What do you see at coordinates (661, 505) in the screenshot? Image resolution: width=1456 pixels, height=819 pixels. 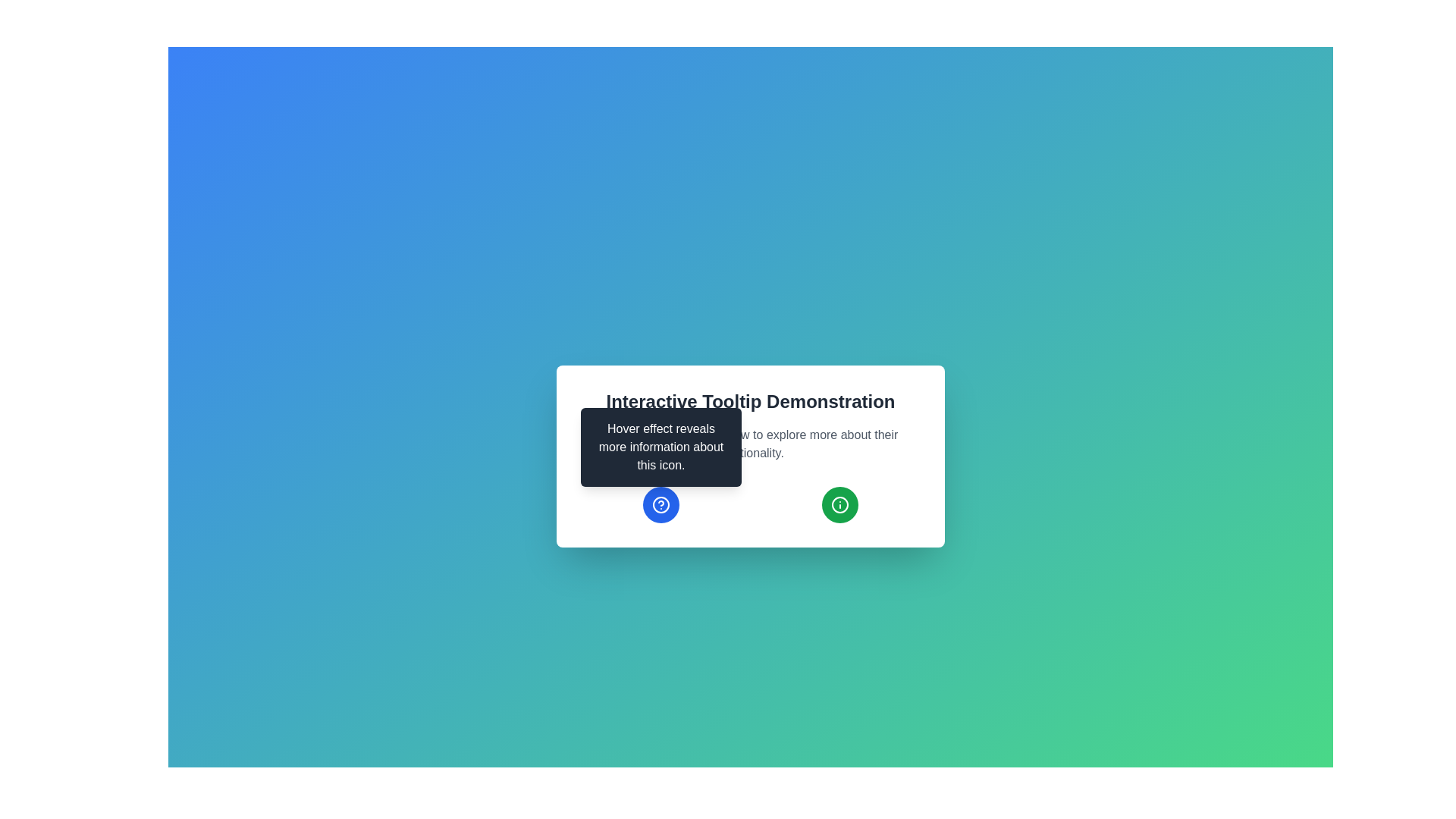 I see `the SVG graphic icon inside the blue circular button located at the bottom-left side of the 'Interactive Tooltip Demonstration' card` at bounding box center [661, 505].